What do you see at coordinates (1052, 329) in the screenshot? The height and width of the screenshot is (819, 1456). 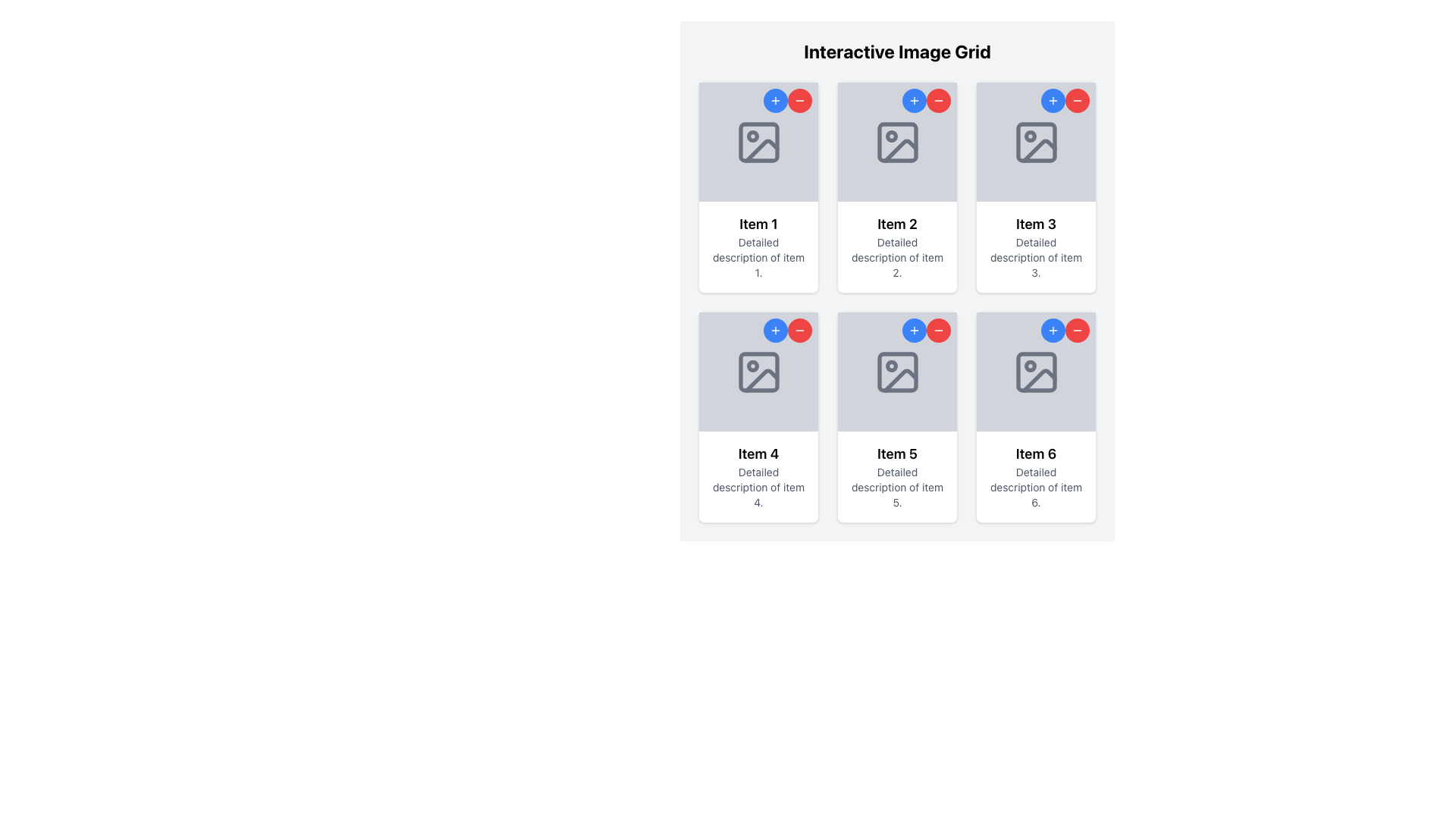 I see `the action button located in the top-left corner of the sixth item tile` at bounding box center [1052, 329].